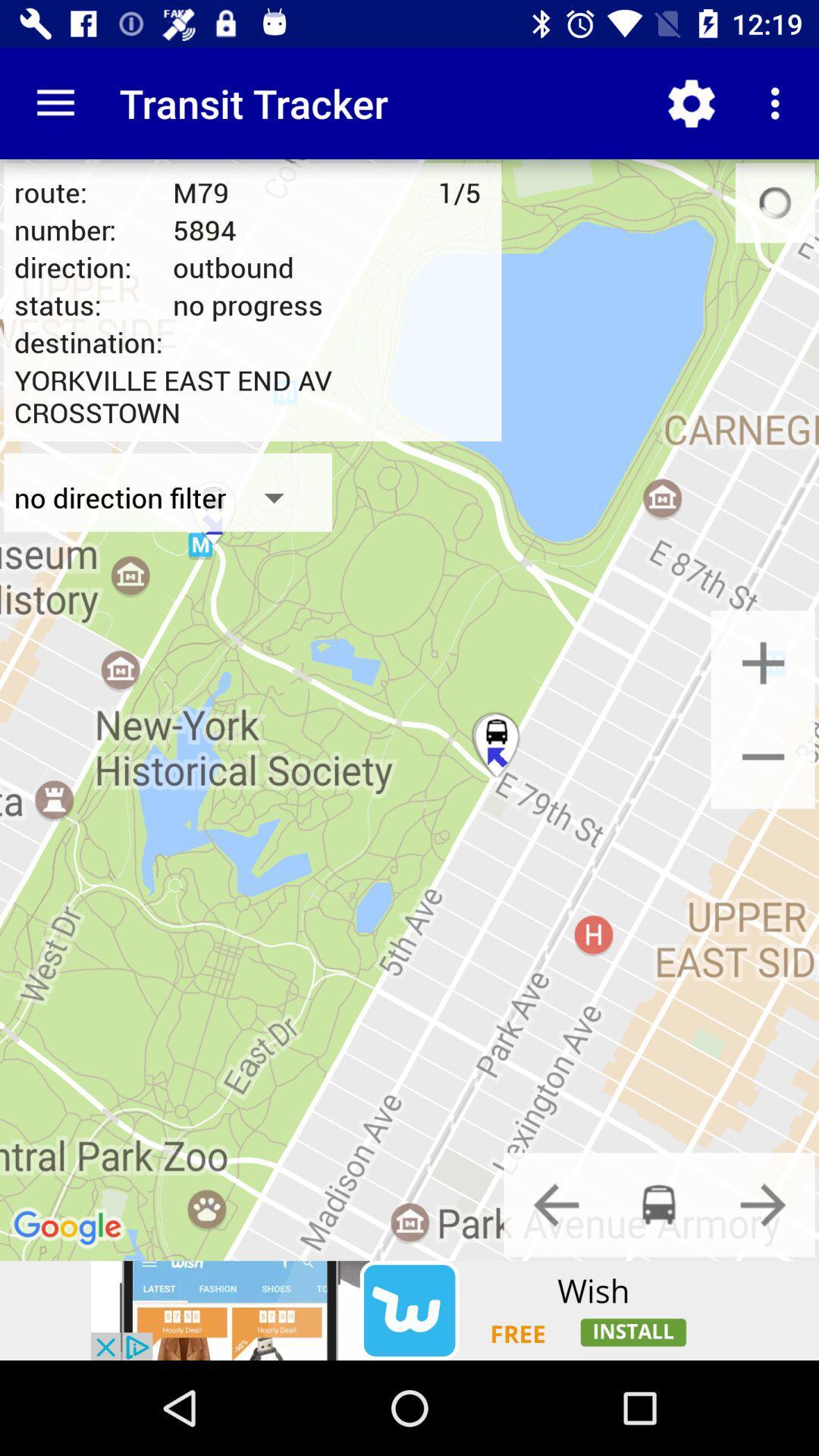  What do you see at coordinates (763, 663) in the screenshot?
I see `the add icon` at bounding box center [763, 663].